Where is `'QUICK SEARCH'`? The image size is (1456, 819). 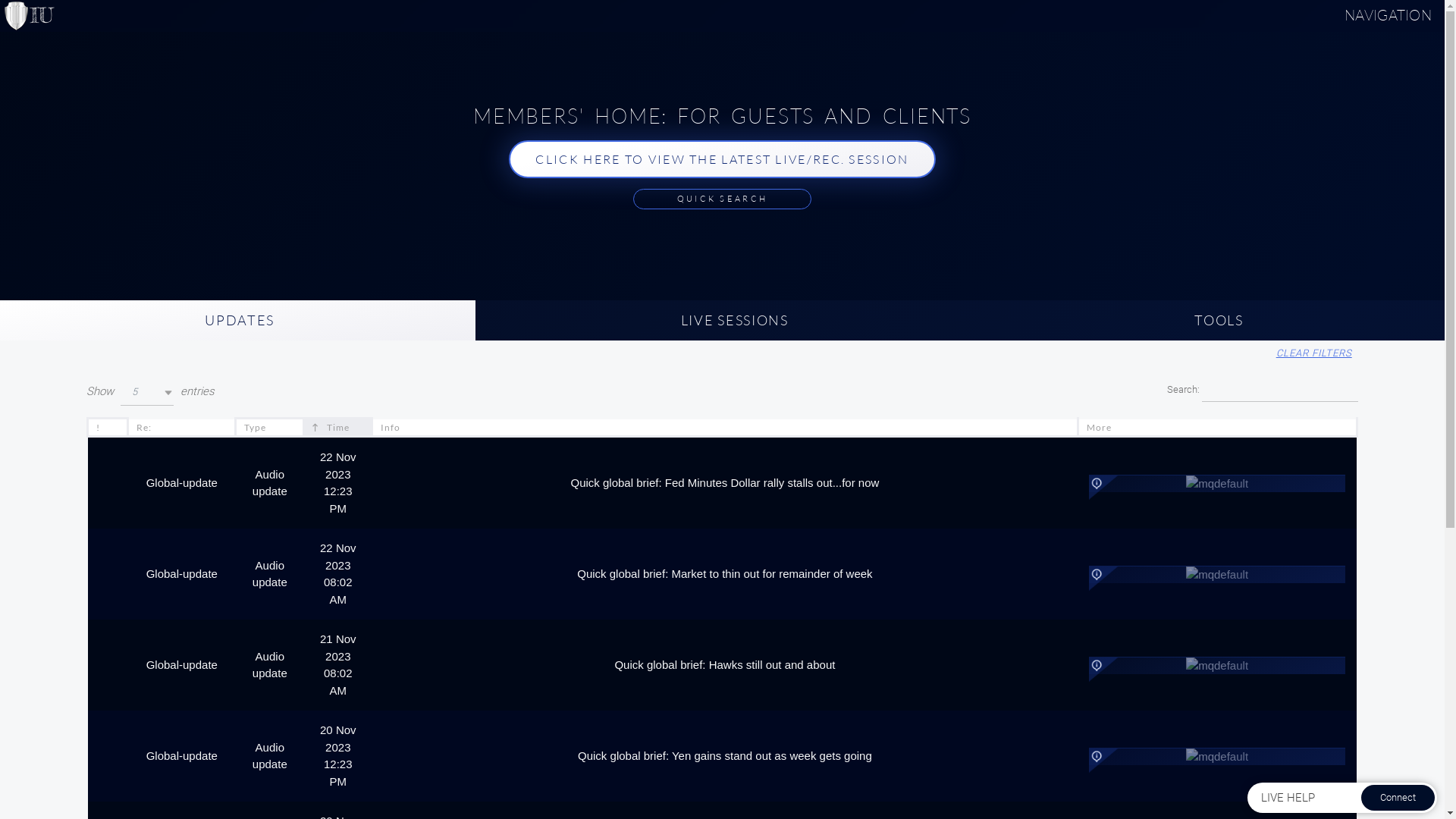 'QUICK SEARCH' is located at coordinates (722, 198).